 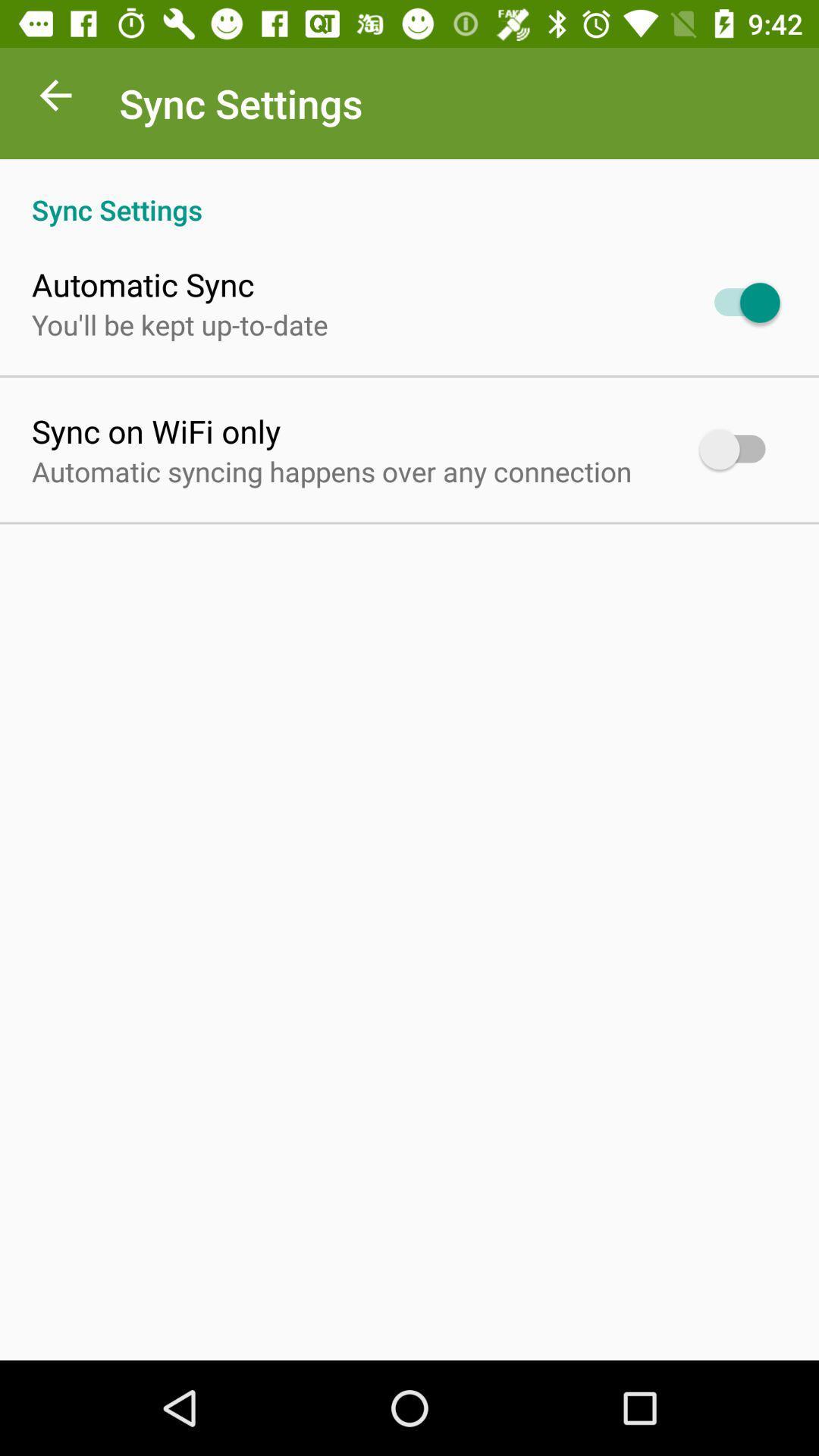 I want to click on app below you ll be app, so click(x=156, y=430).